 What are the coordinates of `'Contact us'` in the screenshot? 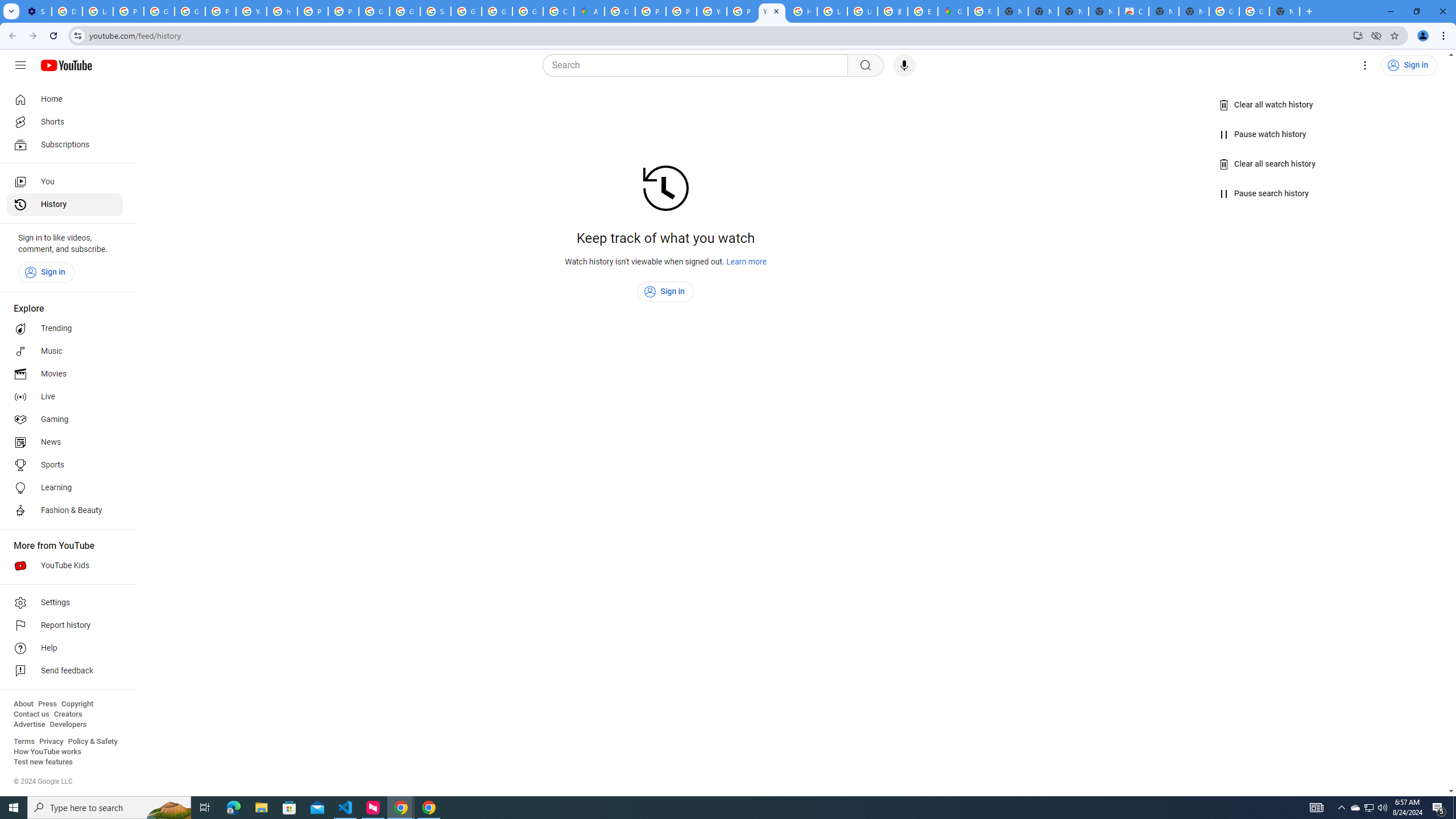 It's located at (31, 714).